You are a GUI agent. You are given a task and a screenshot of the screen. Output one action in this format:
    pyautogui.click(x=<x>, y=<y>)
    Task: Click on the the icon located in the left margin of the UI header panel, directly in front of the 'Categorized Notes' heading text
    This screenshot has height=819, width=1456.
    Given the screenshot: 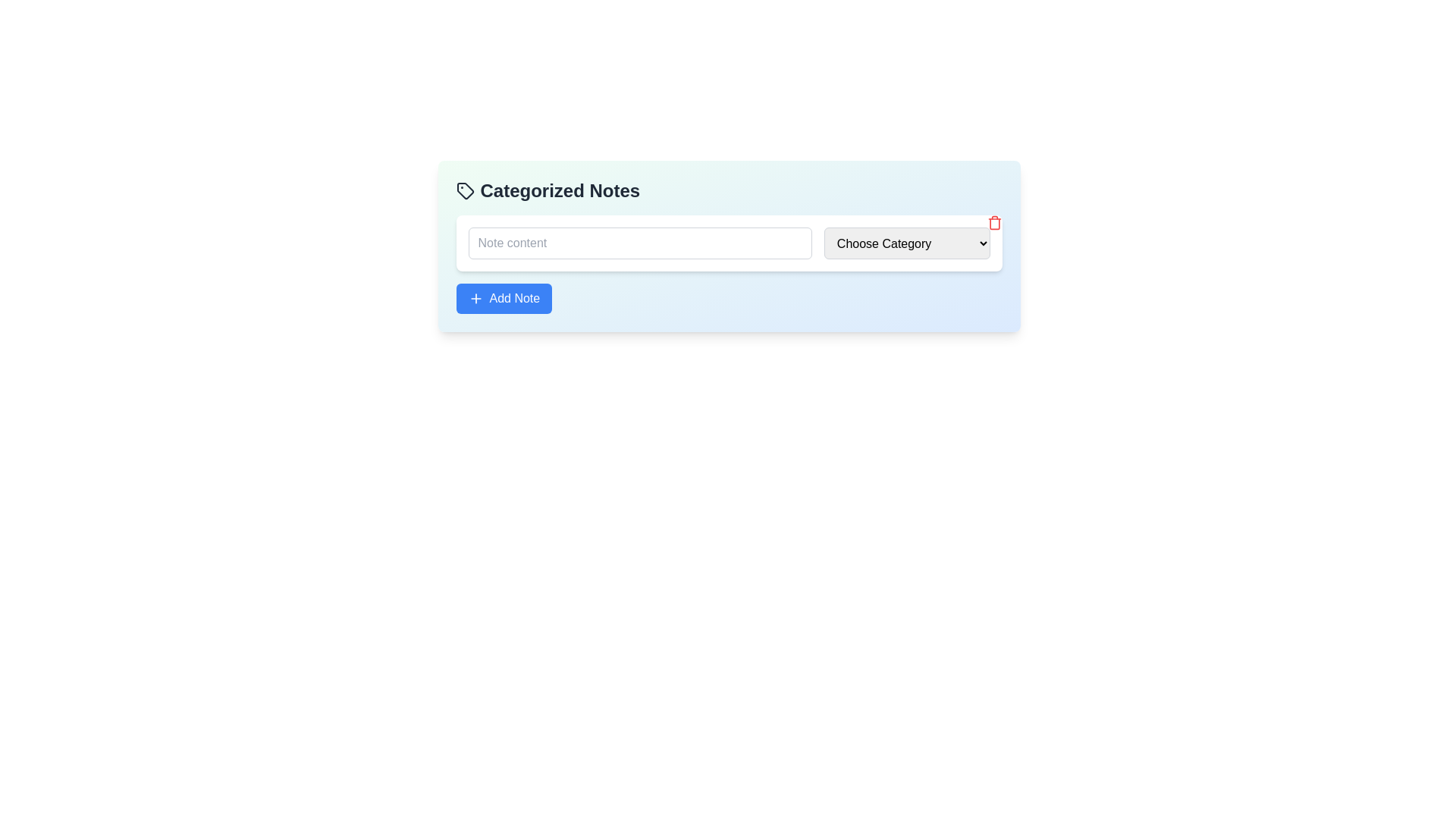 What is the action you would take?
    pyautogui.click(x=464, y=190)
    